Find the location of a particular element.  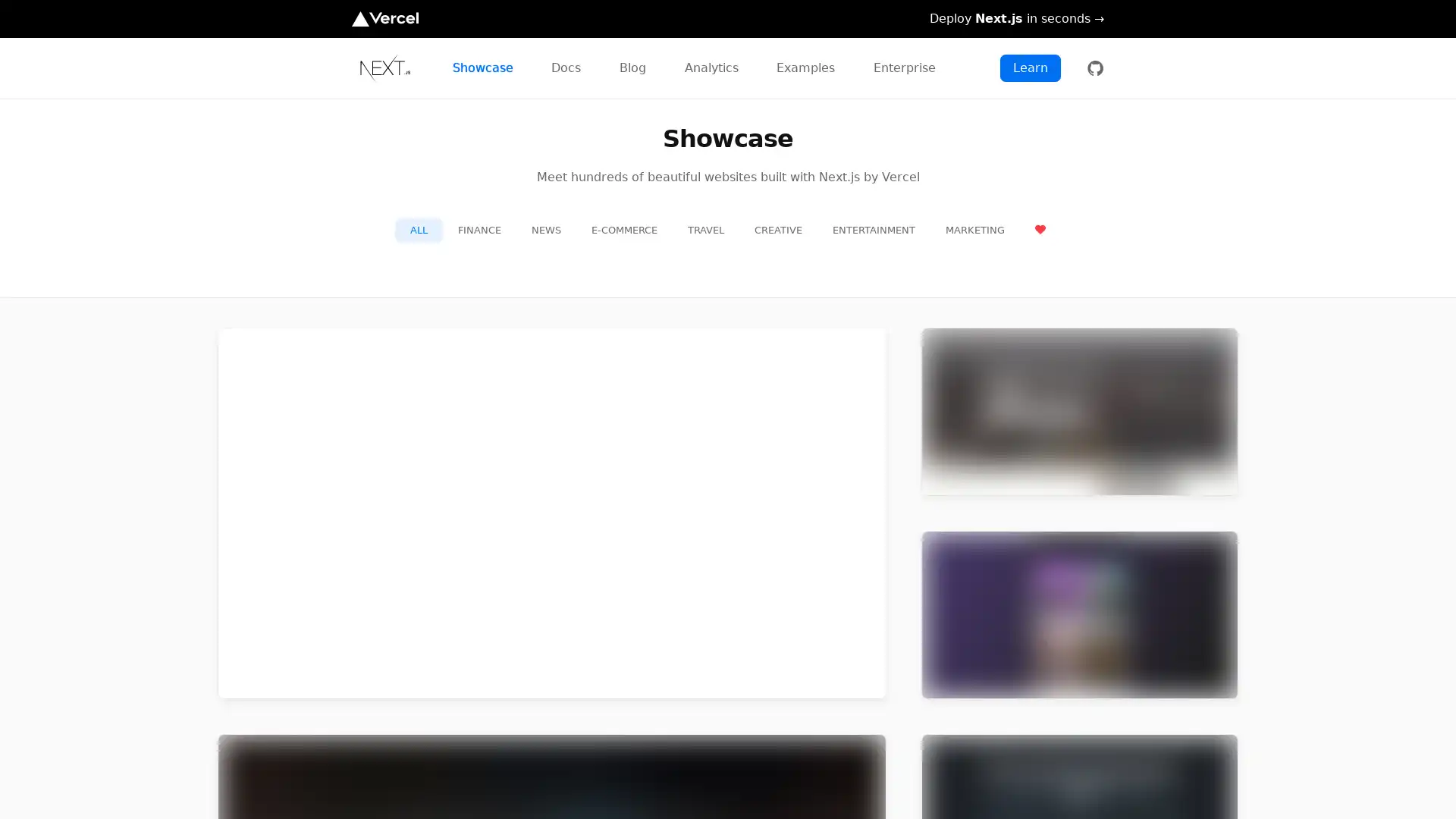

NEWS is located at coordinates (546, 230).